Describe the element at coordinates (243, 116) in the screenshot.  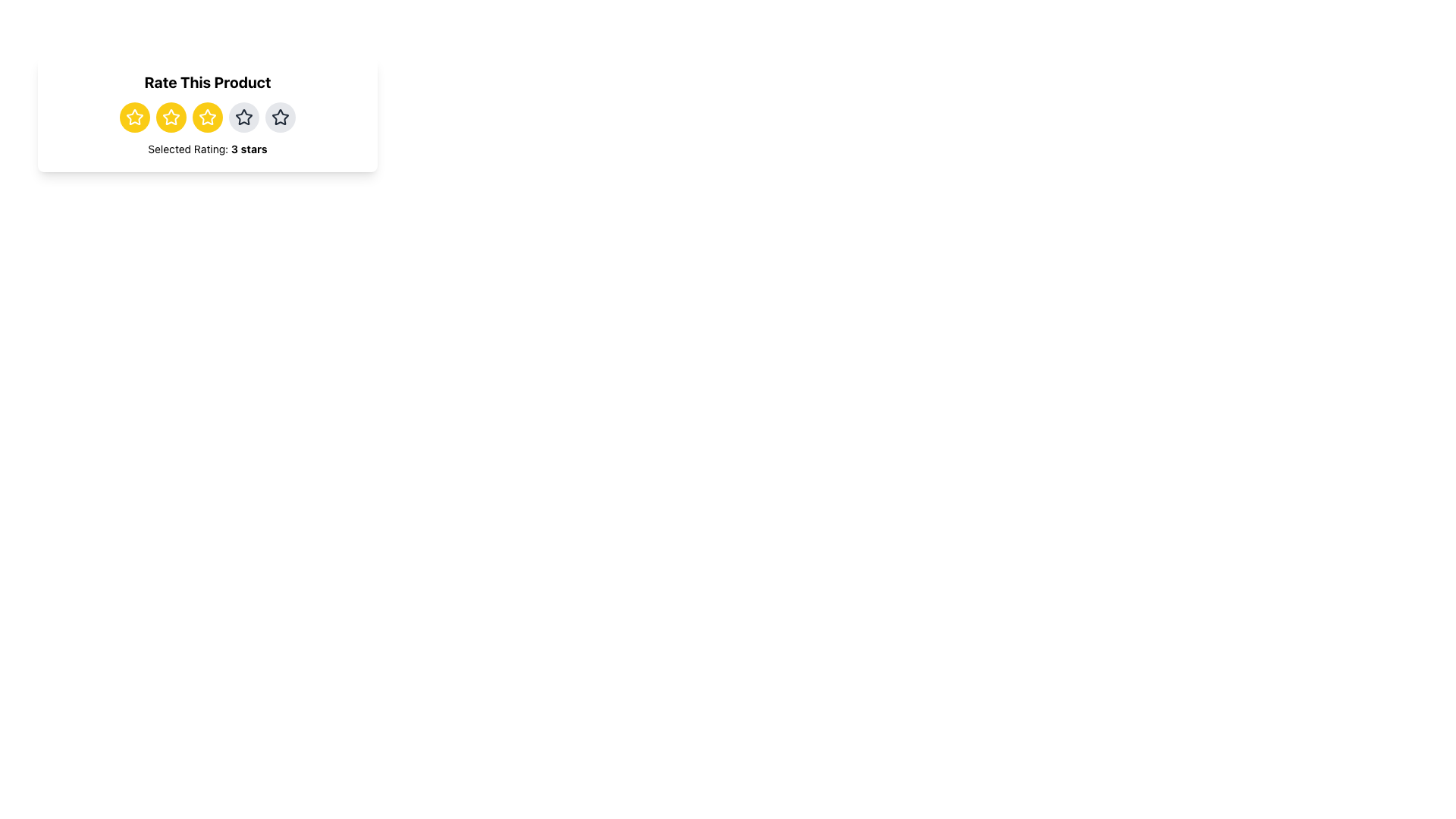
I see `the third star icon in the horizontal row that serves as a rating indicator` at that location.